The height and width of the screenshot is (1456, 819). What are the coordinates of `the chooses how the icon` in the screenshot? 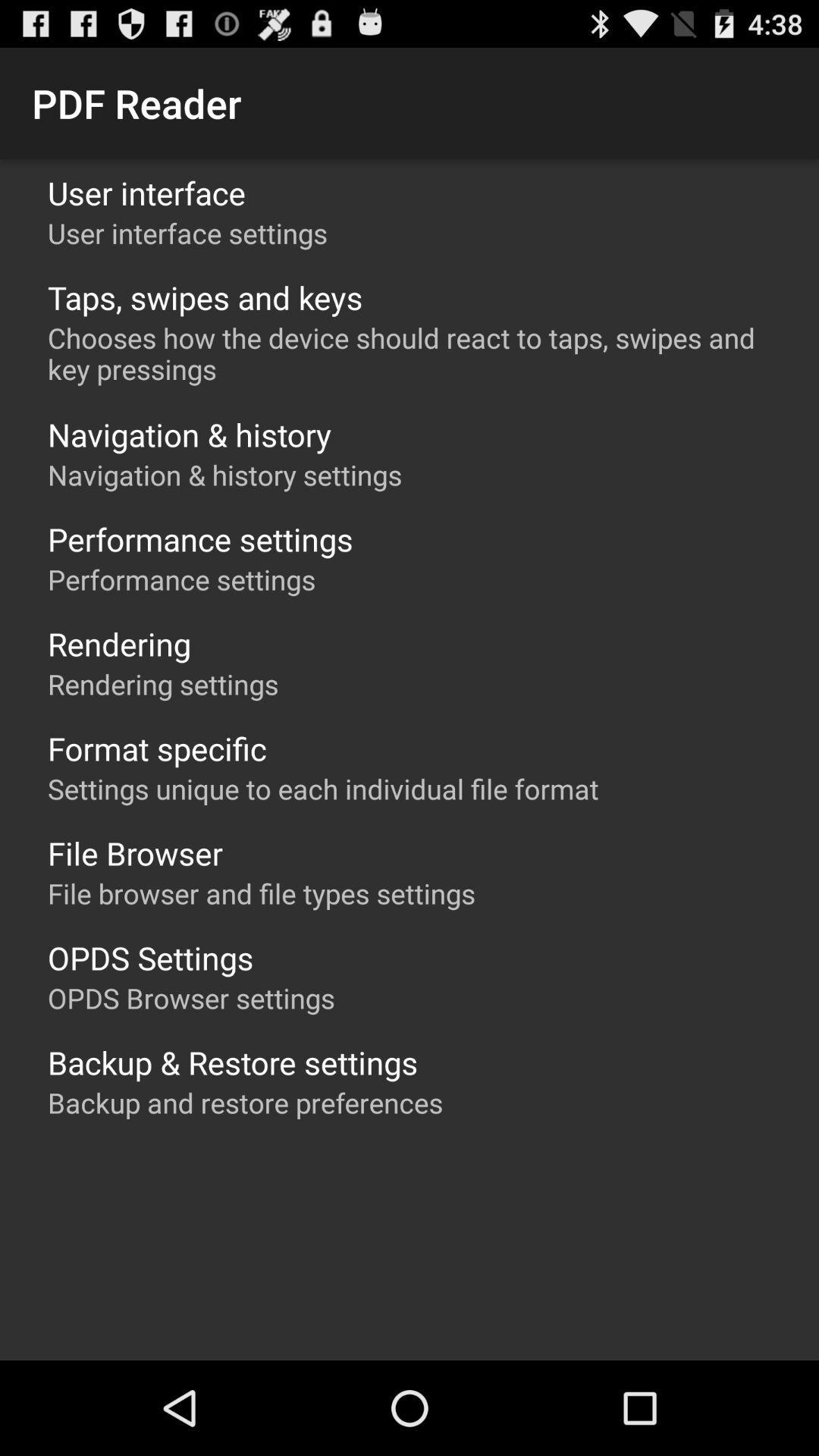 It's located at (417, 353).